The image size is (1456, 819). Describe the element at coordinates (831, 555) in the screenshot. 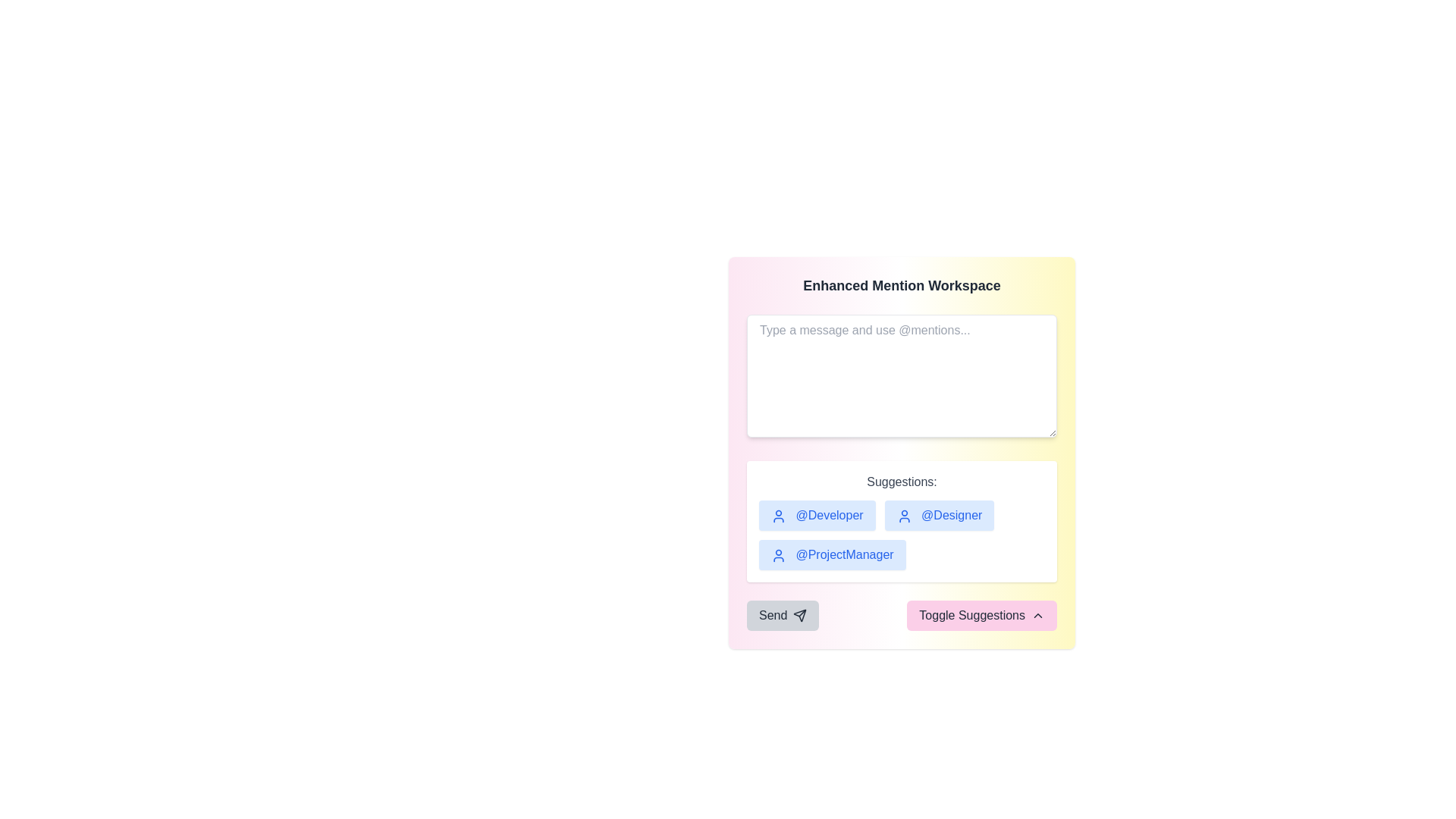

I see `the third selectable suggestion button labeled '@ProjectManager' in the Suggestions section` at that location.